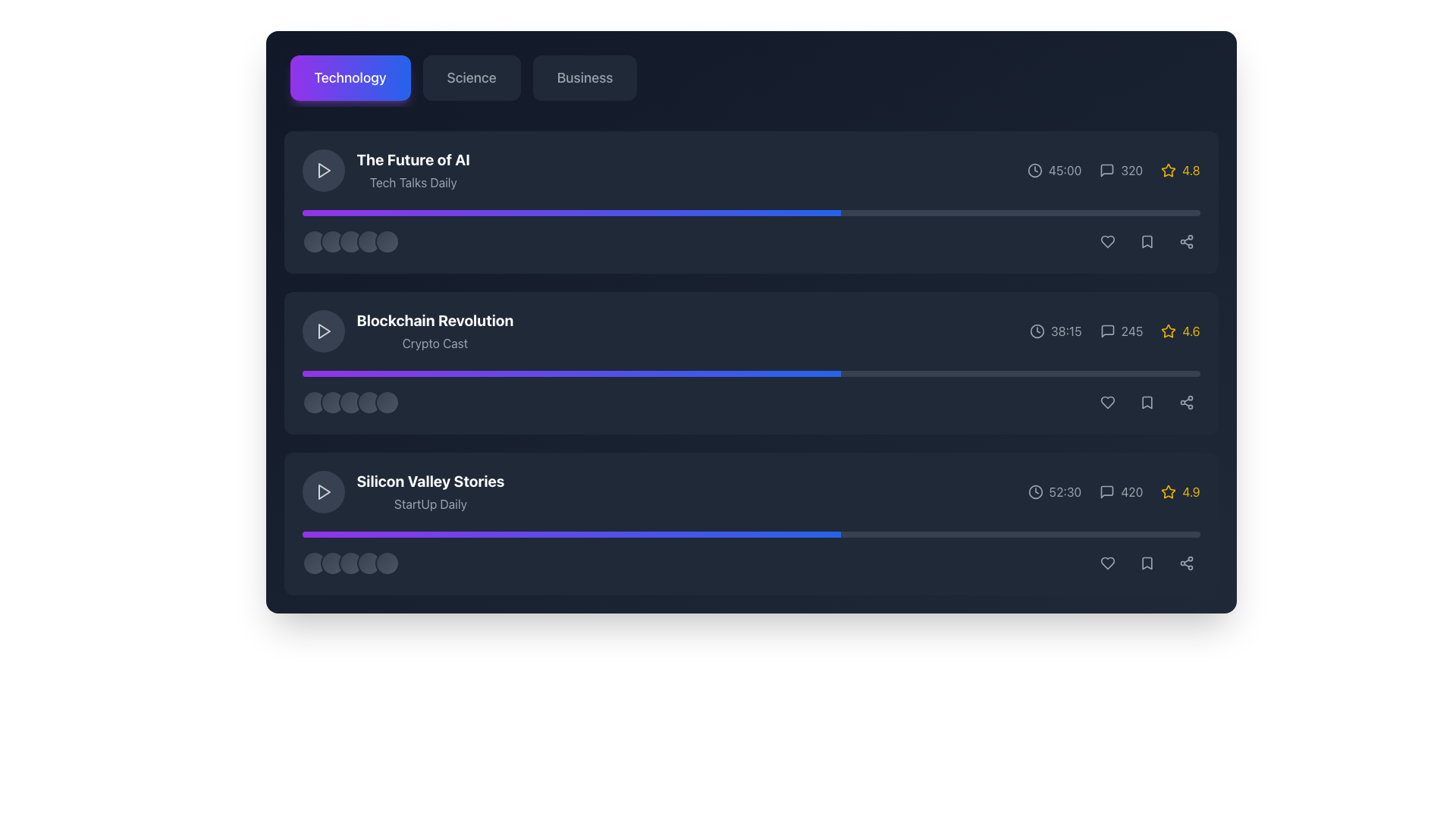 The image size is (1456, 819). I want to click on the SVG Circle in the clock icon that visually represents time duration, located near the text '52:30', so click(1034, 491).